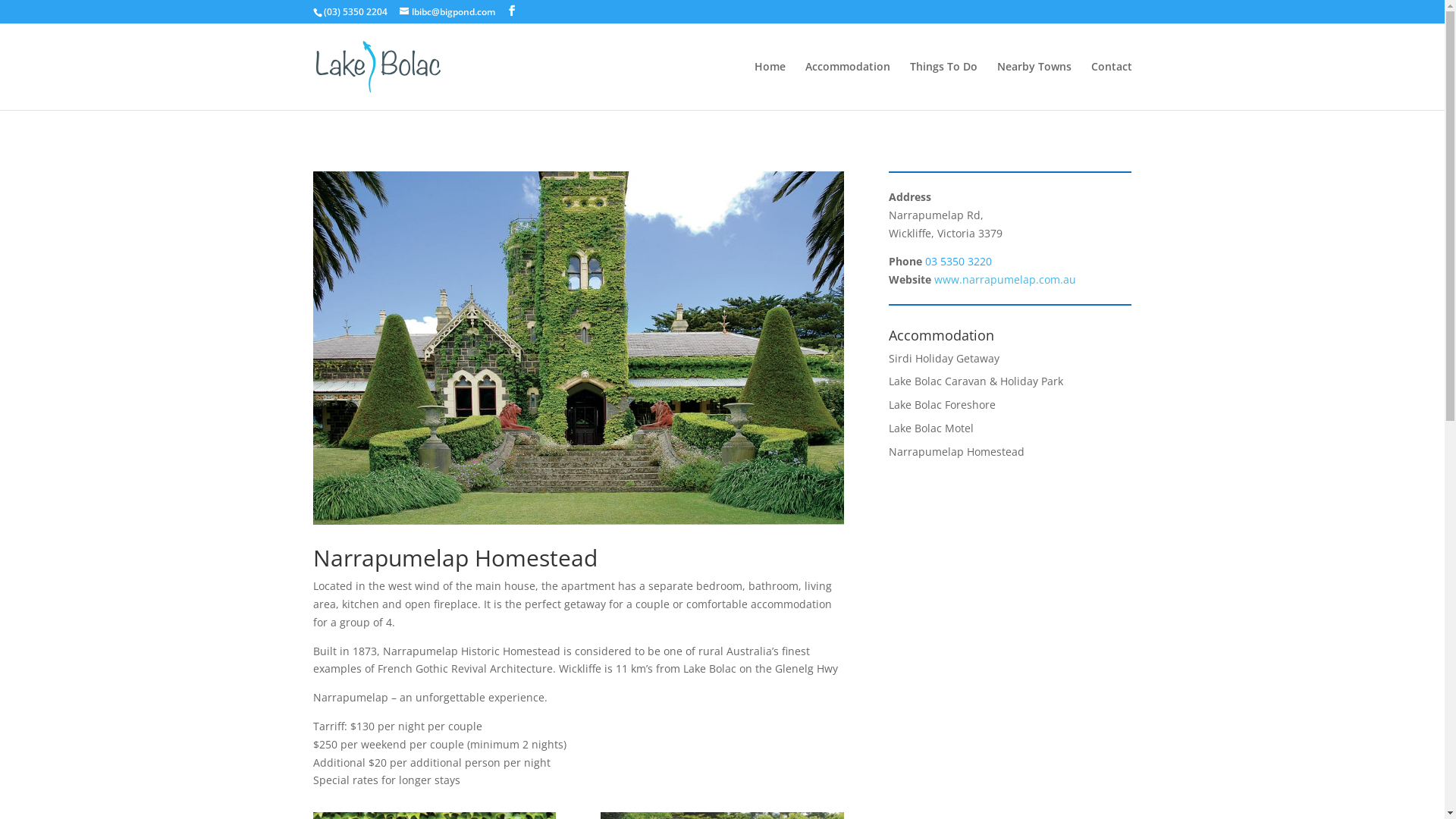  I want to click on 'Lake Bolac Motel', so click(888, 428).